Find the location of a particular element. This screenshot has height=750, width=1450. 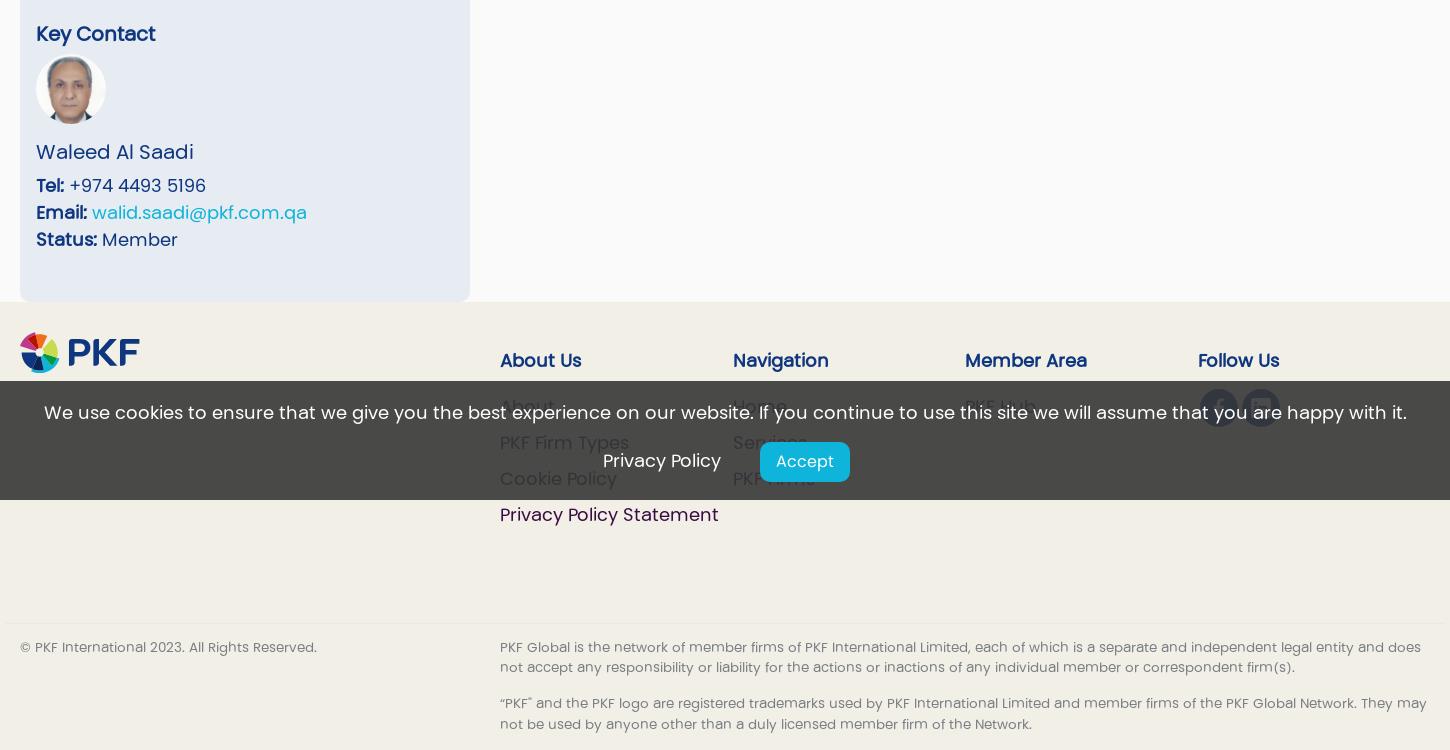

'+974 4493 5196' is located at coordinates (133, 185).